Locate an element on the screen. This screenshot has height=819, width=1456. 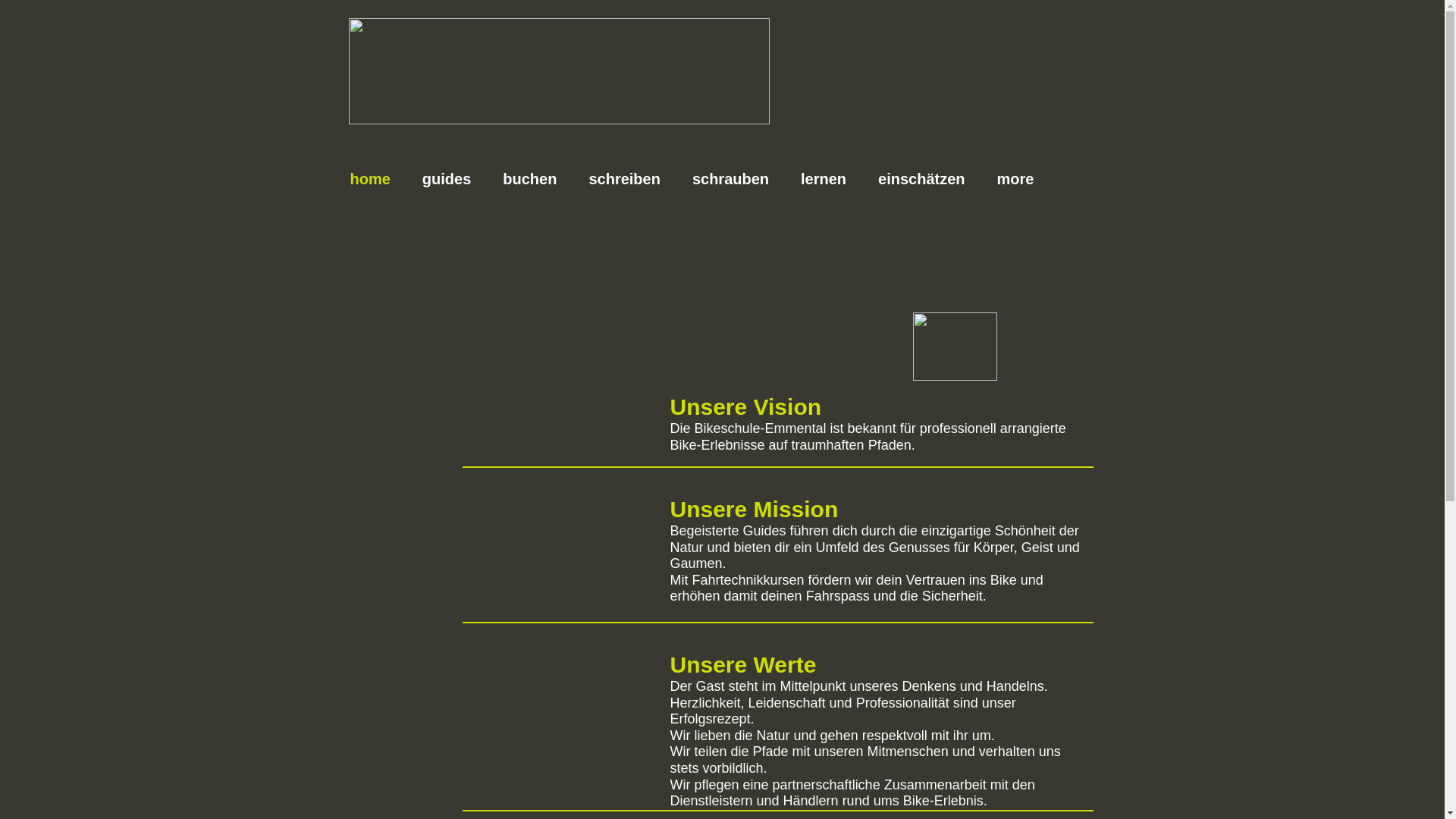
'schrauben' is located at coordinates (730, 177).